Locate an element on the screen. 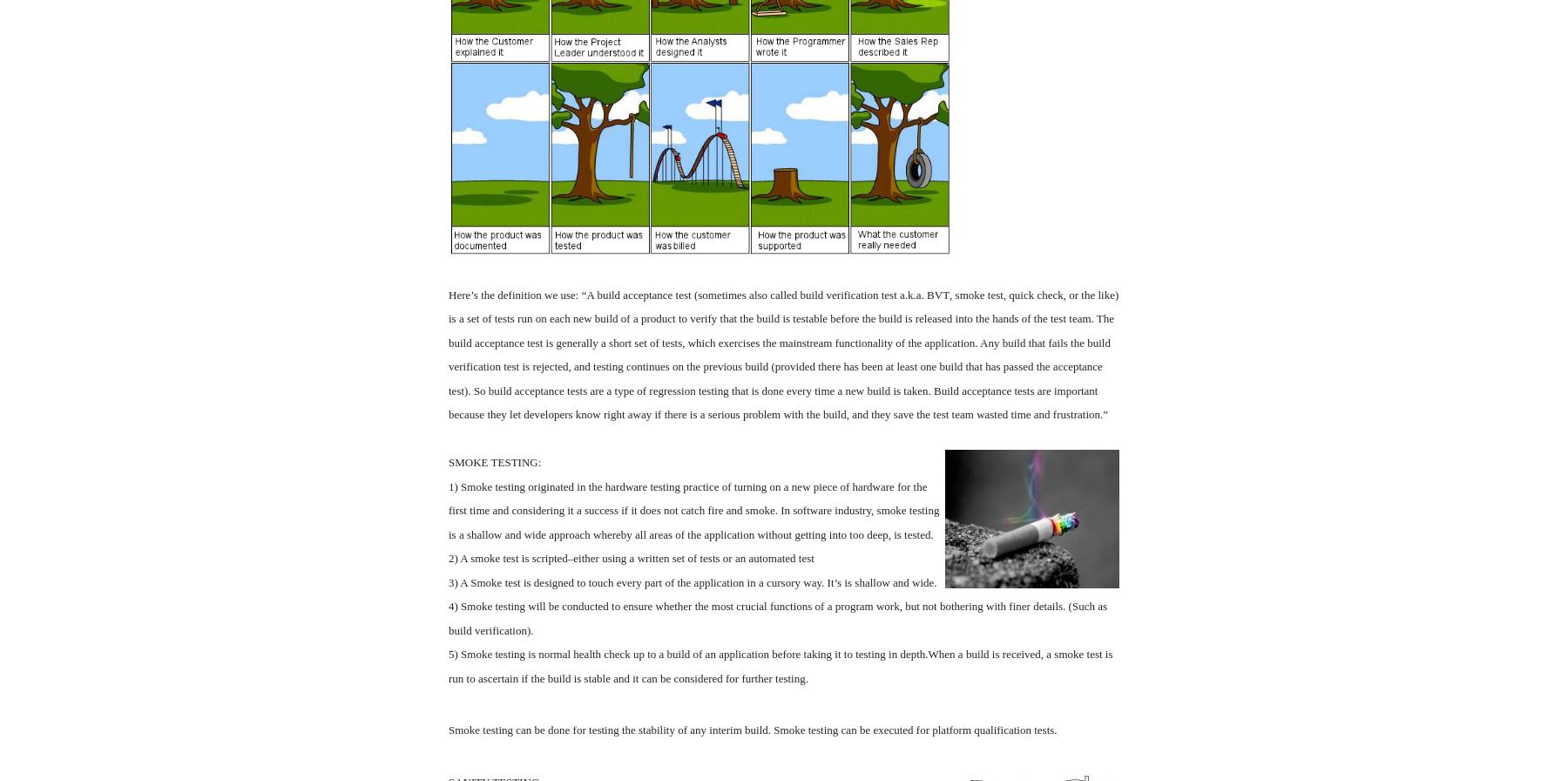 Image resolution: width=1568 pixels, height=781 pixels. 'Smoke testing can be done for testing the stability of any interim build. Smoke testing can be executed for platform qualification tests.' is located at coordinates (753, 730).